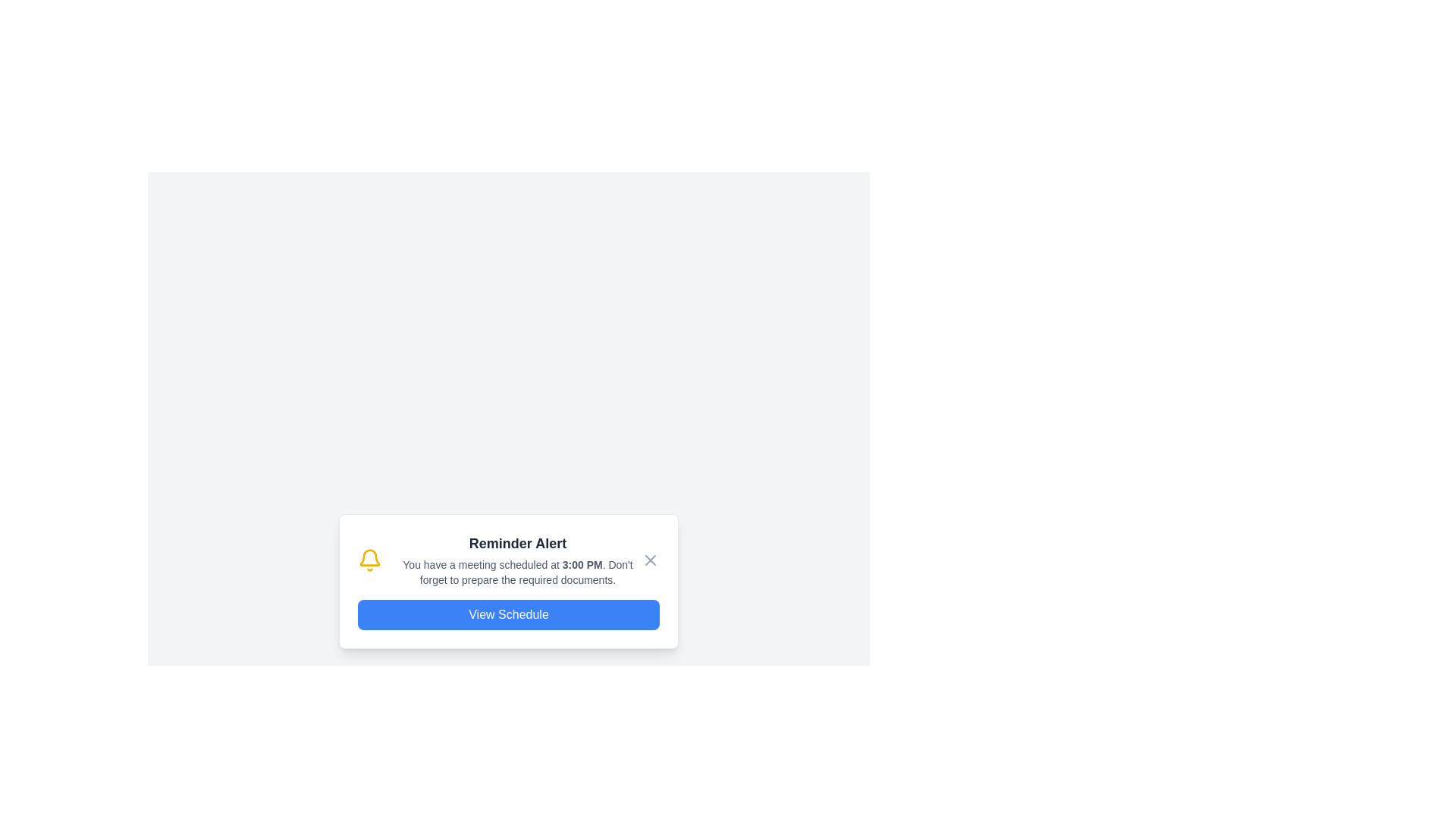 Image resolution: width=1456 pixels, height=819 pixels. What do you see at coordinates (651, 560) in the screenshot?
I see `the diagonal cross icon located in the top-right corner of the notification card to interact with it` at bounding box center [651, 560].